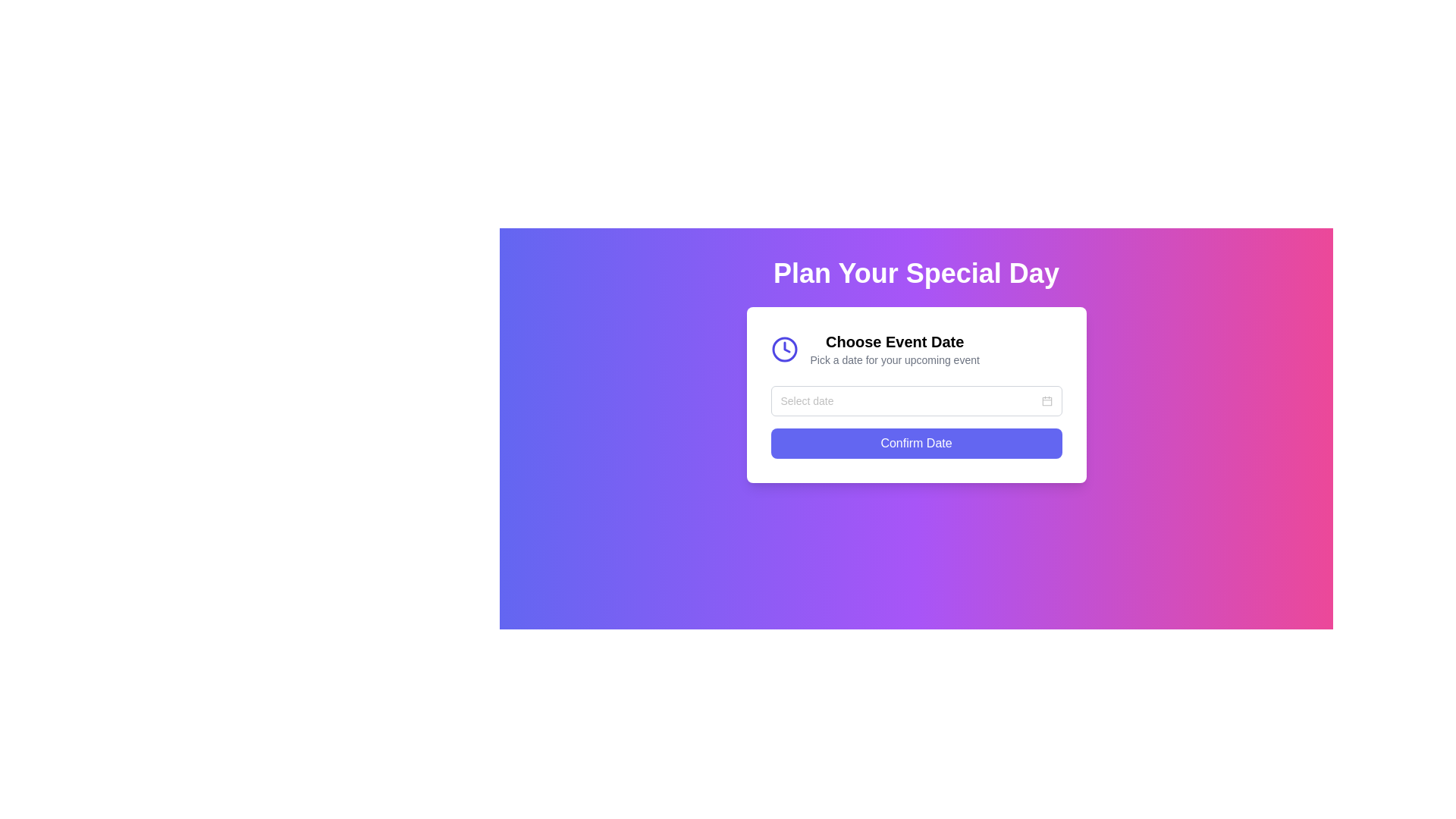  What do you see at coordinates (784, 350) in the screenshot?
I see `the decorative icon located at the top-left corner of the 'Choose Event Date' widget, which emphasizes the time-related context of the widget` at bounding box center [784, 350].